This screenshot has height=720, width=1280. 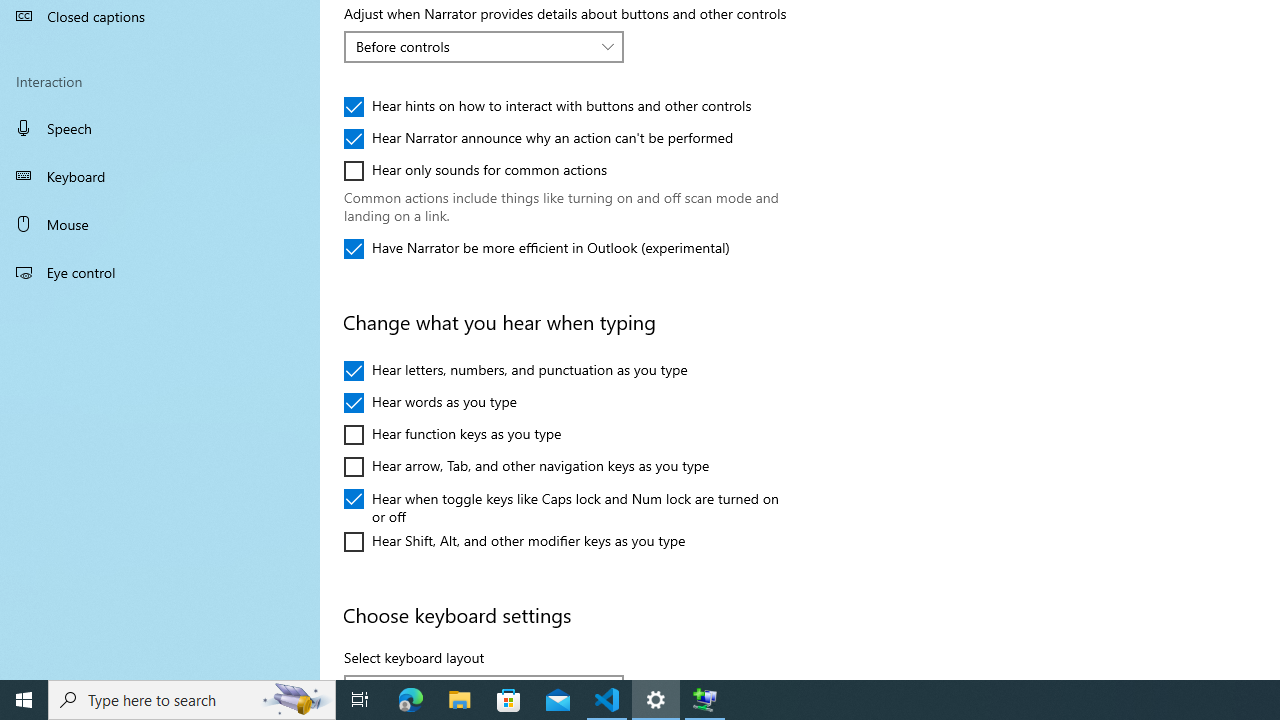 What do you see at coordinates (294, 698) in the screenshot?
I see `'Search highlights icon opens search home window'` at bounding box center [294, 698].